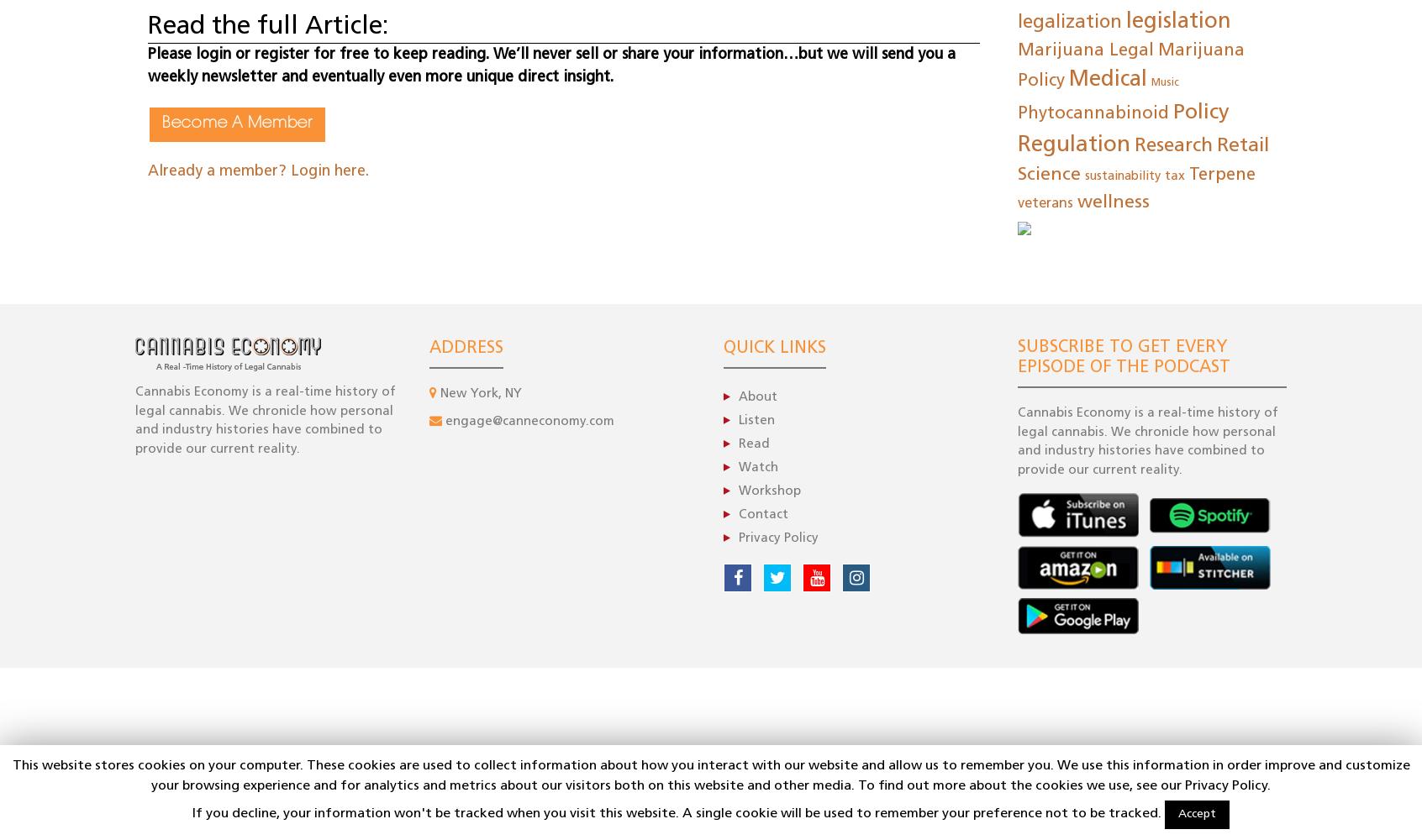 The width and height of the screenshot is (1422, 840). Describe the element at coordinates (1069, 22) in the screenshot. I see `'legalization'` at that location.